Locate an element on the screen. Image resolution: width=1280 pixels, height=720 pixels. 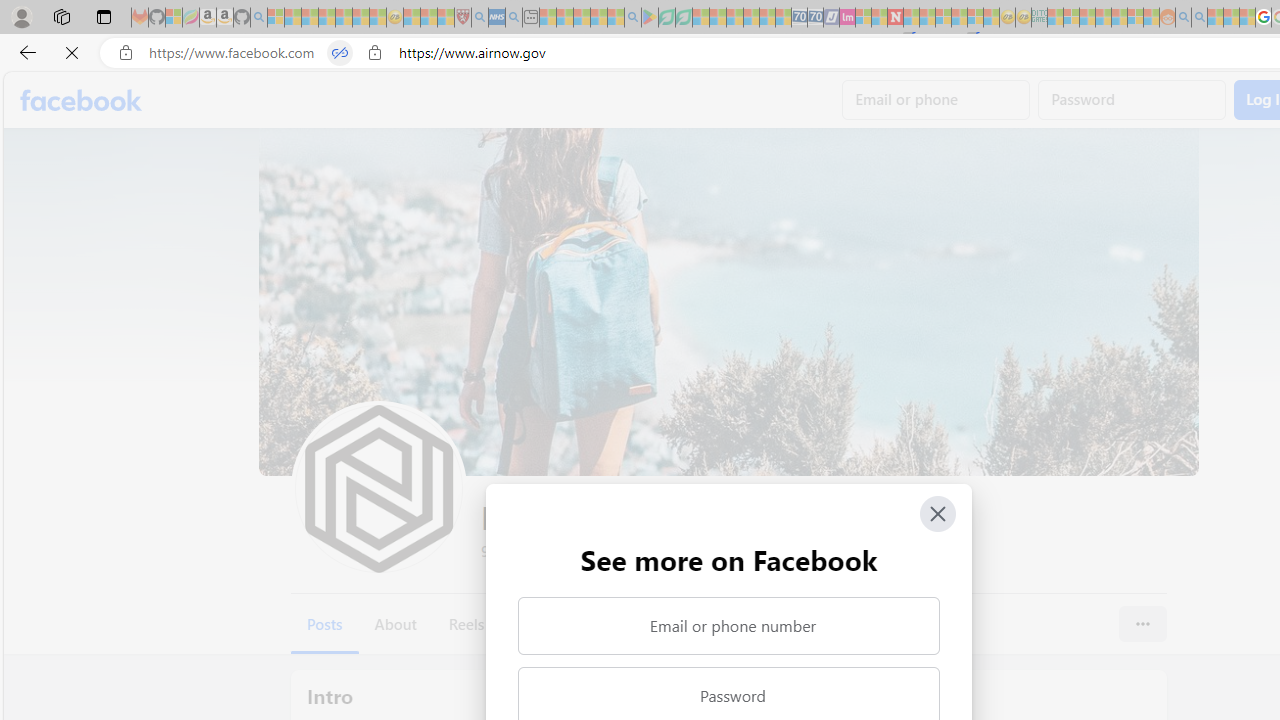
'Terms of Use Agreement - Sleeping' is located at coordinates (666, 17).